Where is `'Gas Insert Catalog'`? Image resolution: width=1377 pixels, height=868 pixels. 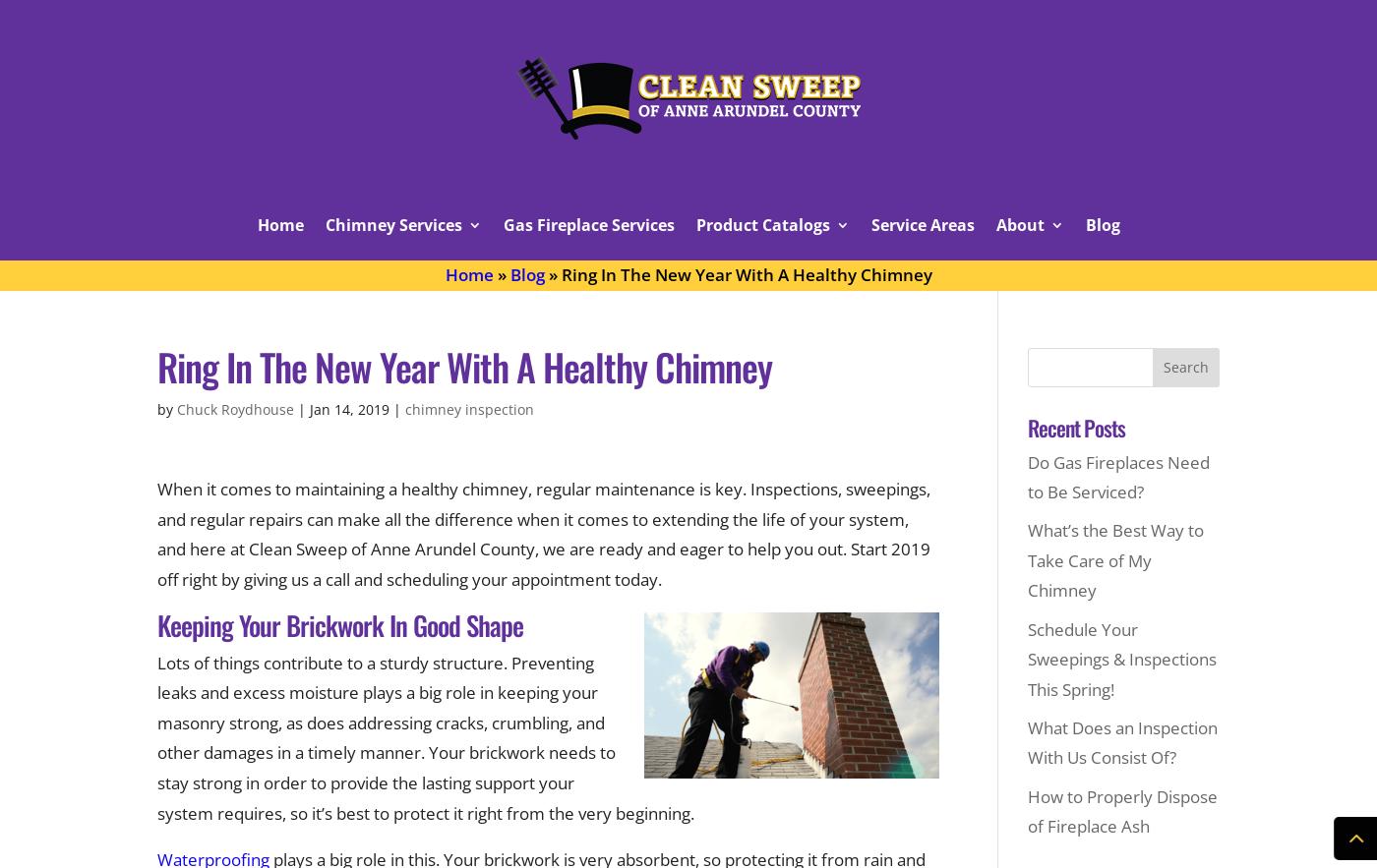 'Gas Insert Catalog' is located at coordinates (753, 313).